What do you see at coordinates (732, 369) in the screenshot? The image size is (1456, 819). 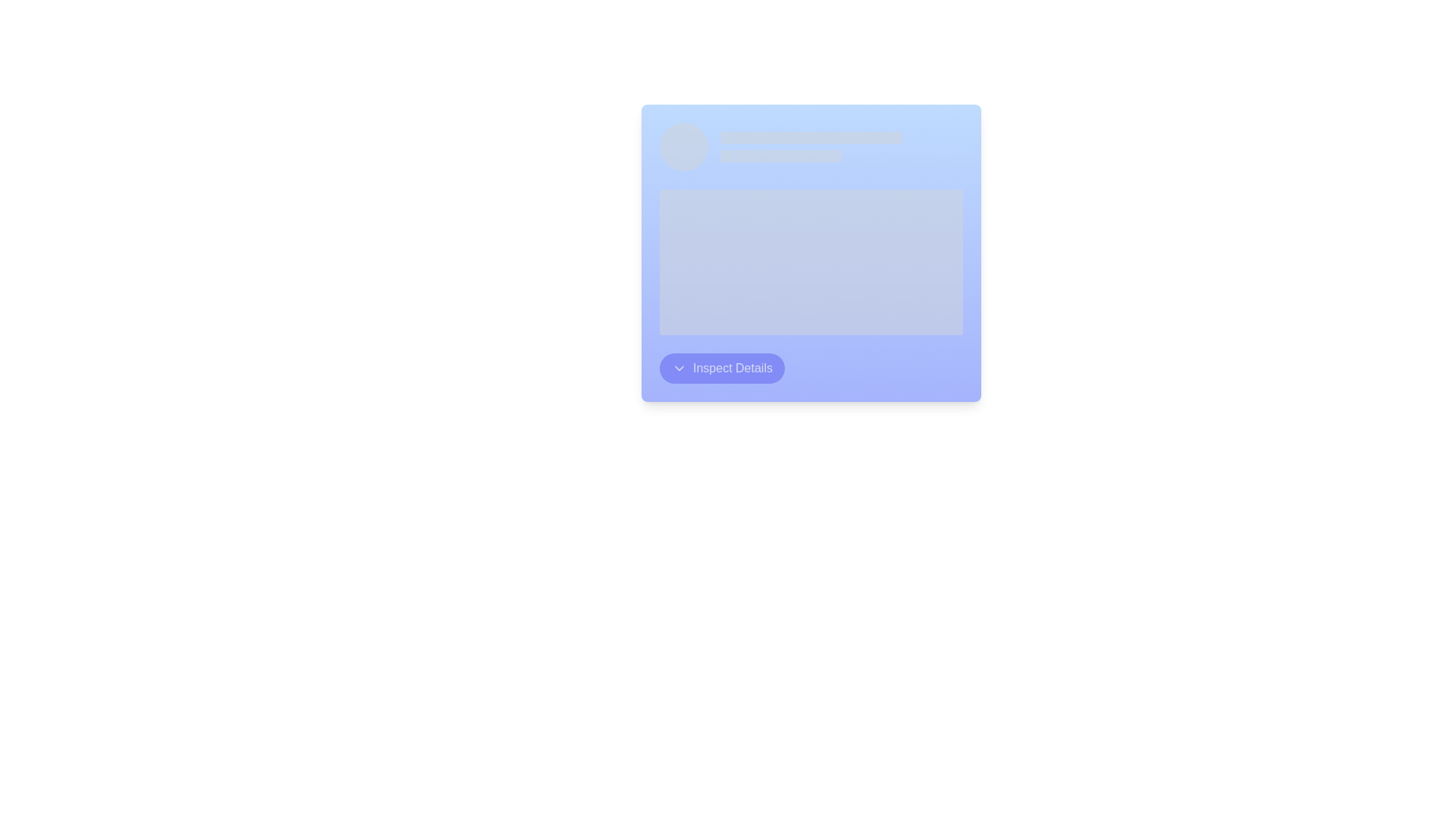 I see `the blue rounded button label located at the bottom of the card section to provide more detailed information or expand the section related to the card` at bounding box center [732, 369].